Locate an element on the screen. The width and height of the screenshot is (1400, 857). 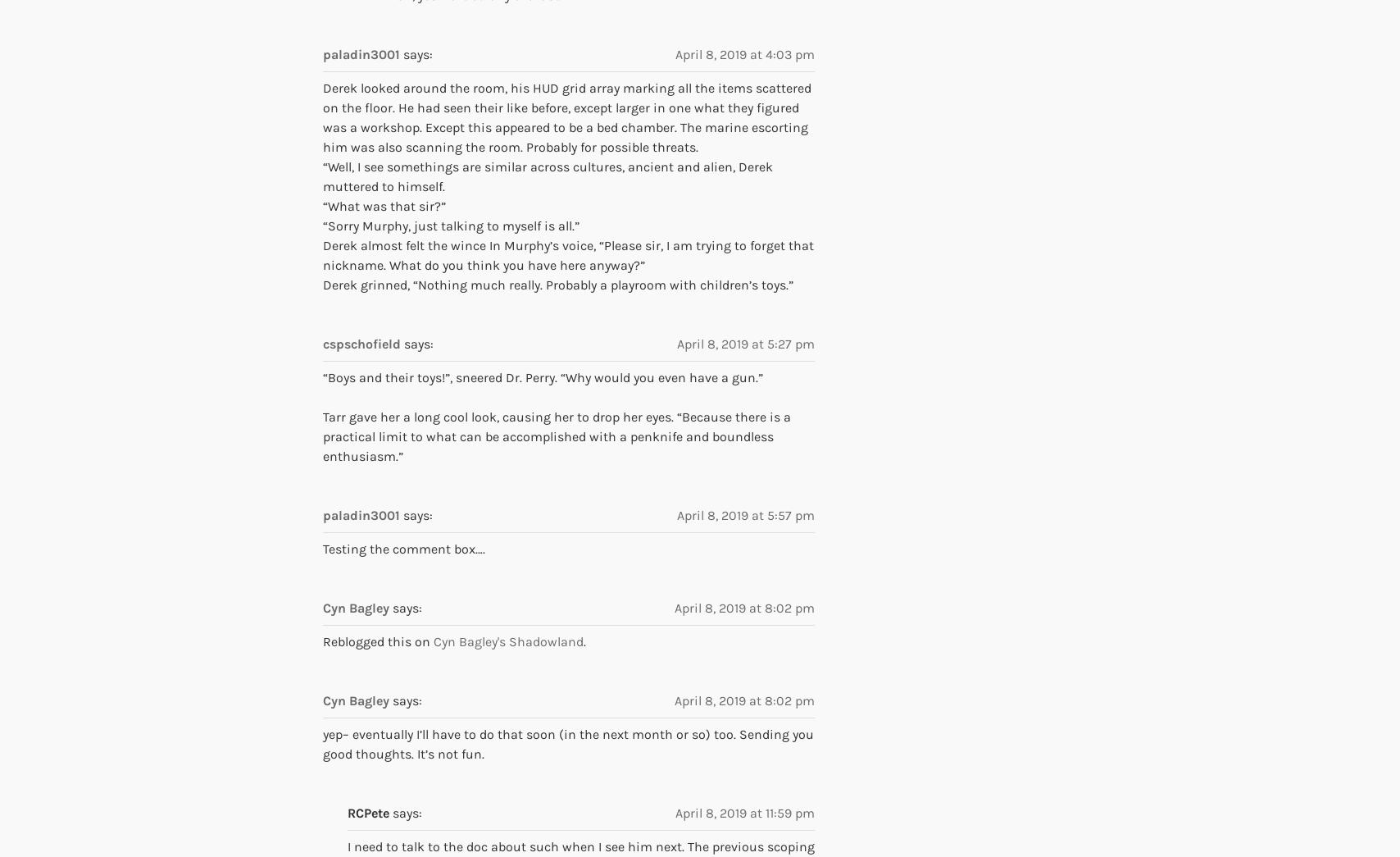
'April 8, 2019 at 5:57 pm' is located at coordinates (746, 513).